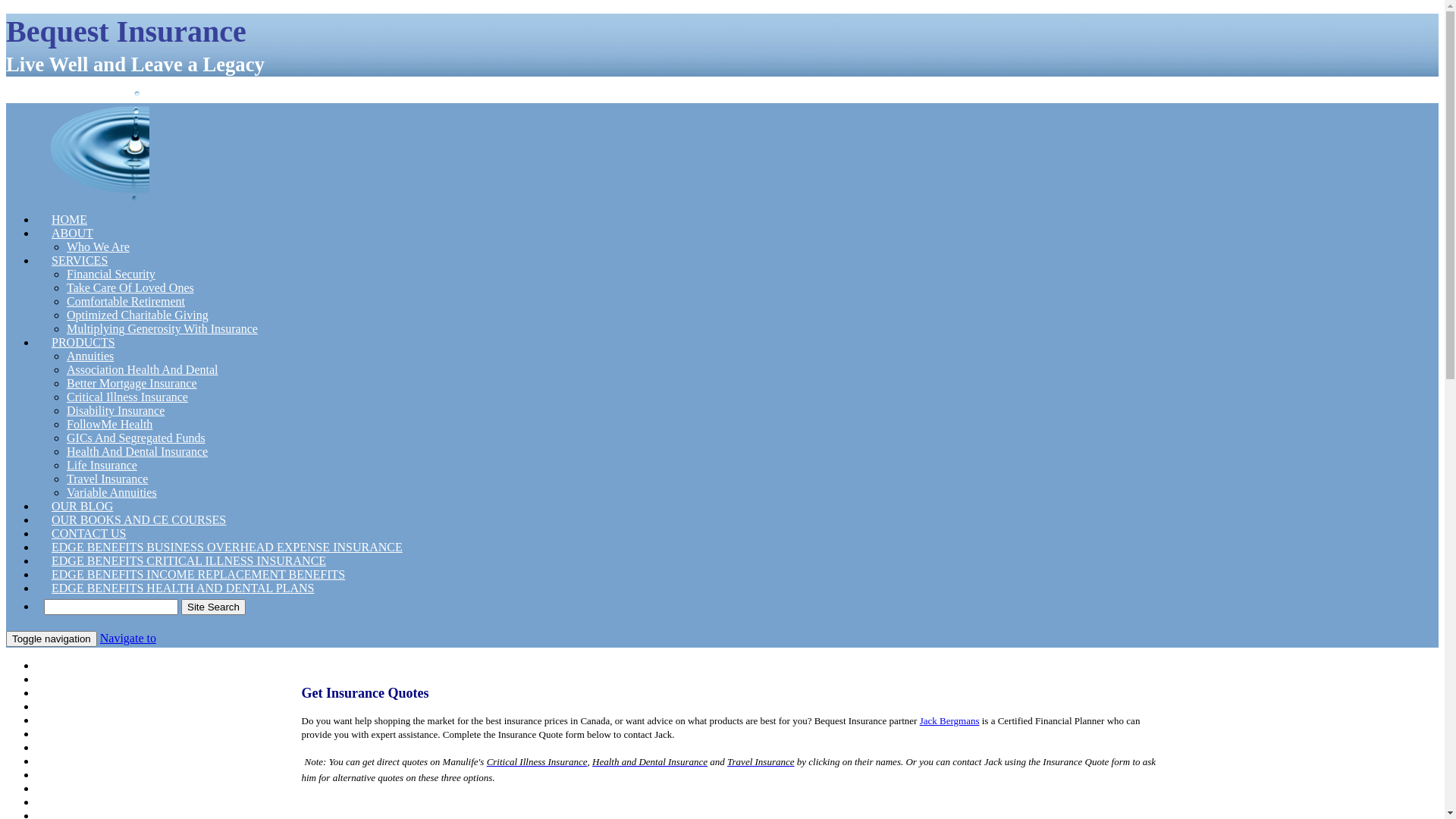 This screenshot has height=819, width=1456. What do you see at coordinates (127, 638) in the screenshot?
I see `'Navigate to'` at bounding box center [127, 638].